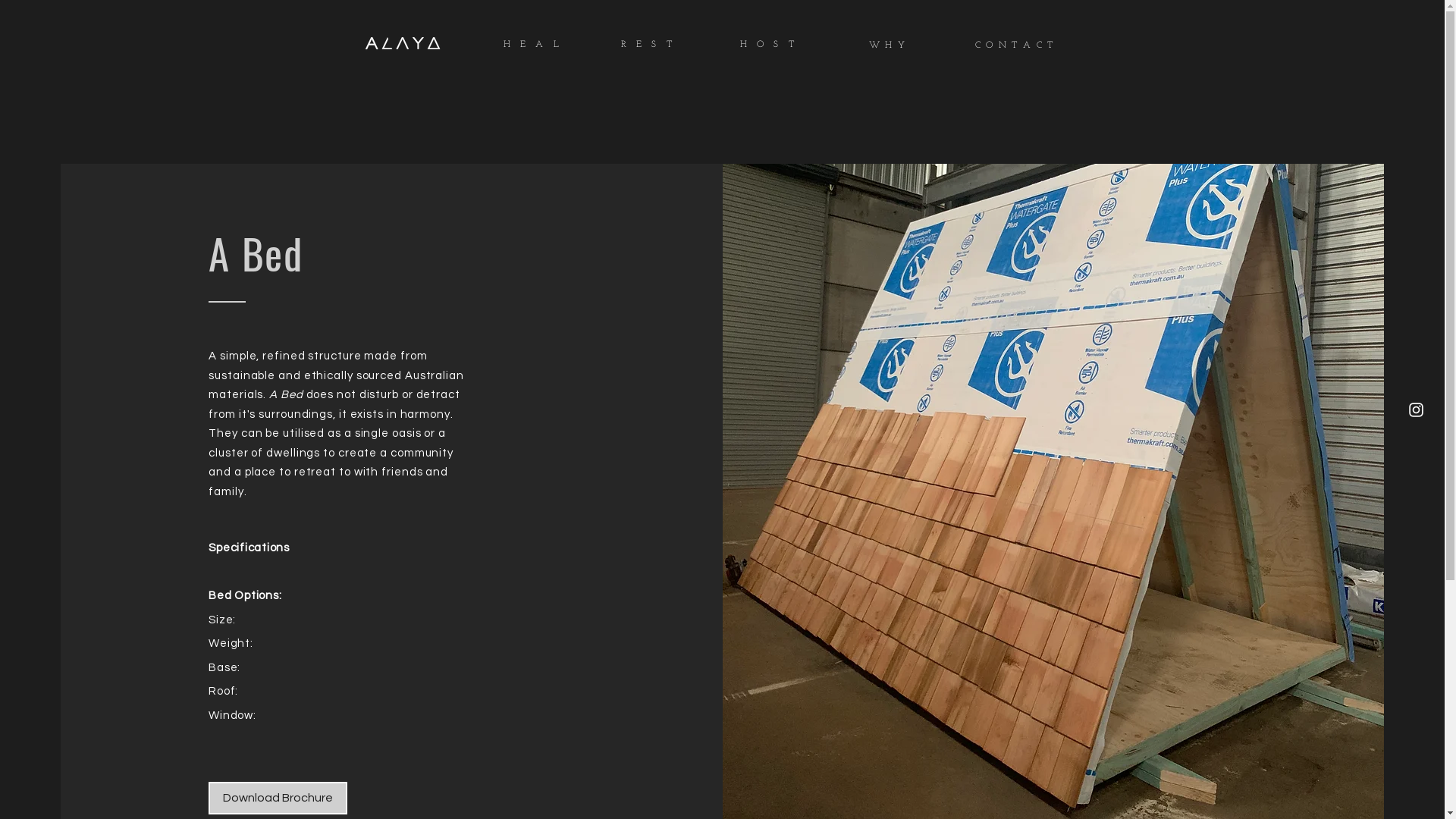 Image resolution: width=1456 pixels, height=819 pixels. Describe the element at coordinates (532, 42) in the screenshot. I see `'H  E  A  L'` at that location.